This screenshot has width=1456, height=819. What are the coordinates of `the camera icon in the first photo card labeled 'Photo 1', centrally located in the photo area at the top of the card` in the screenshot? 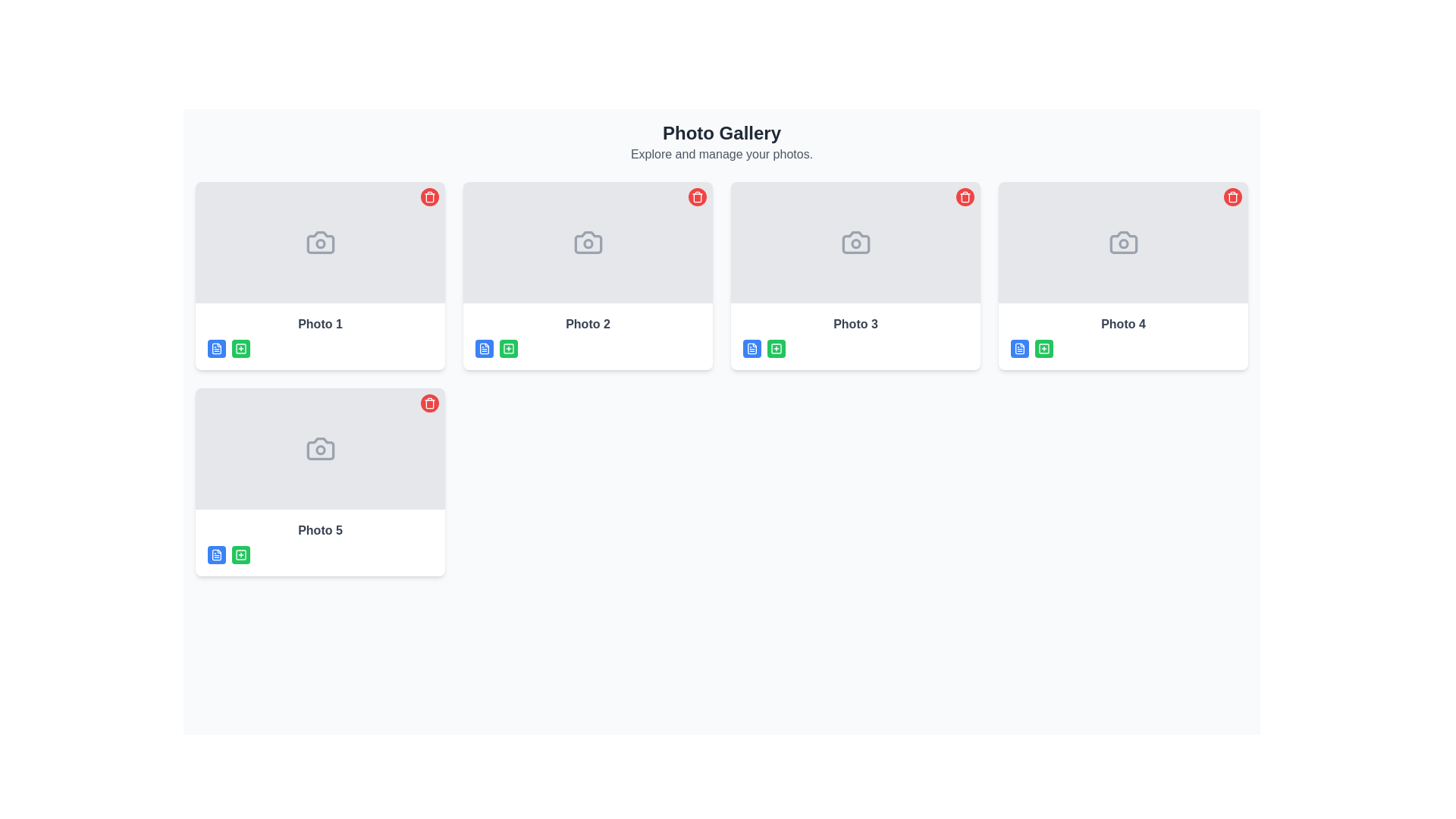 It's located at (319, 242).